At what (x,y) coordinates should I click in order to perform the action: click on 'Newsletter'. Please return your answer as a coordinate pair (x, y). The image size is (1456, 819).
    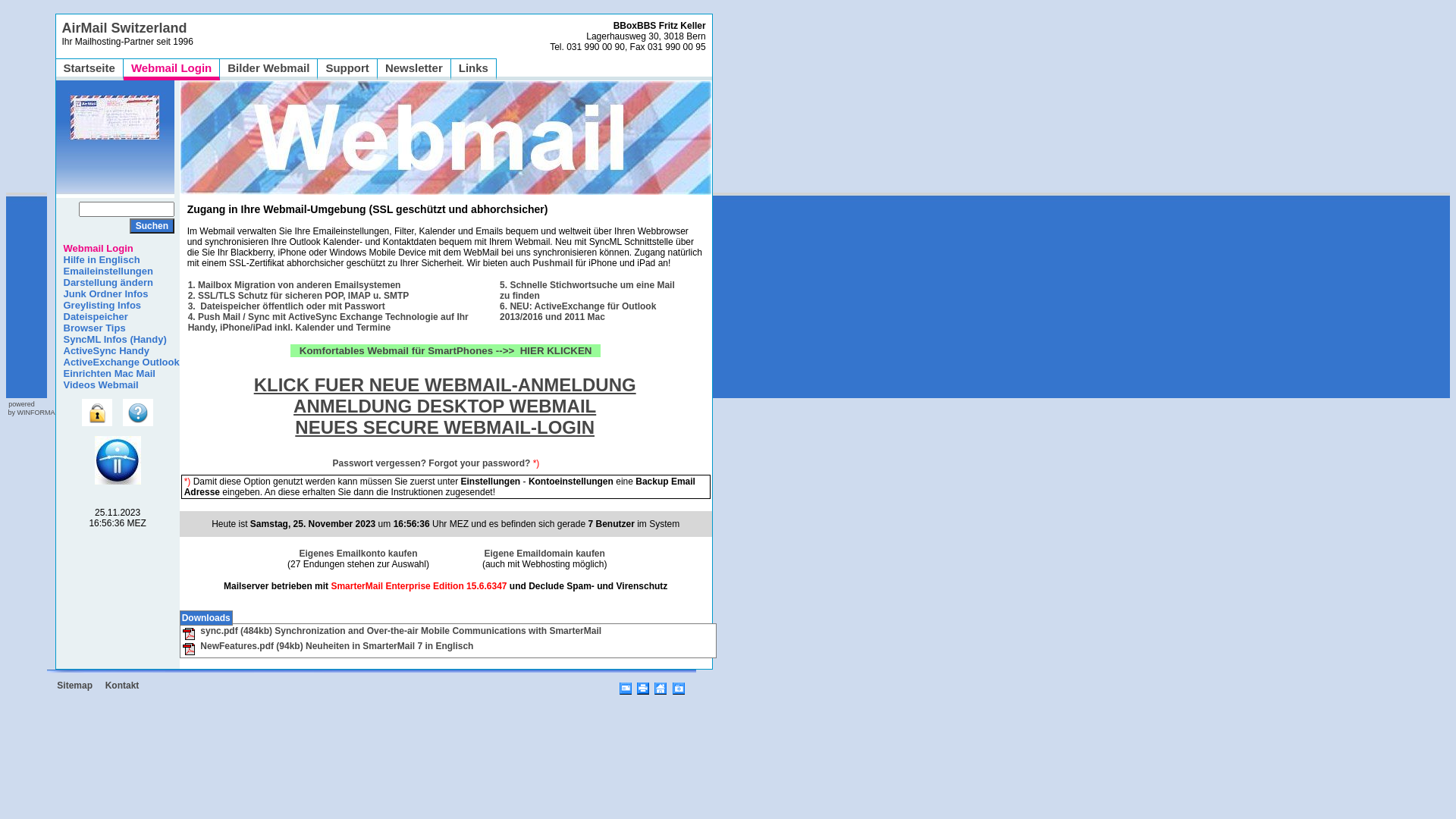
    Looking at the image, I should click on (414, 67).